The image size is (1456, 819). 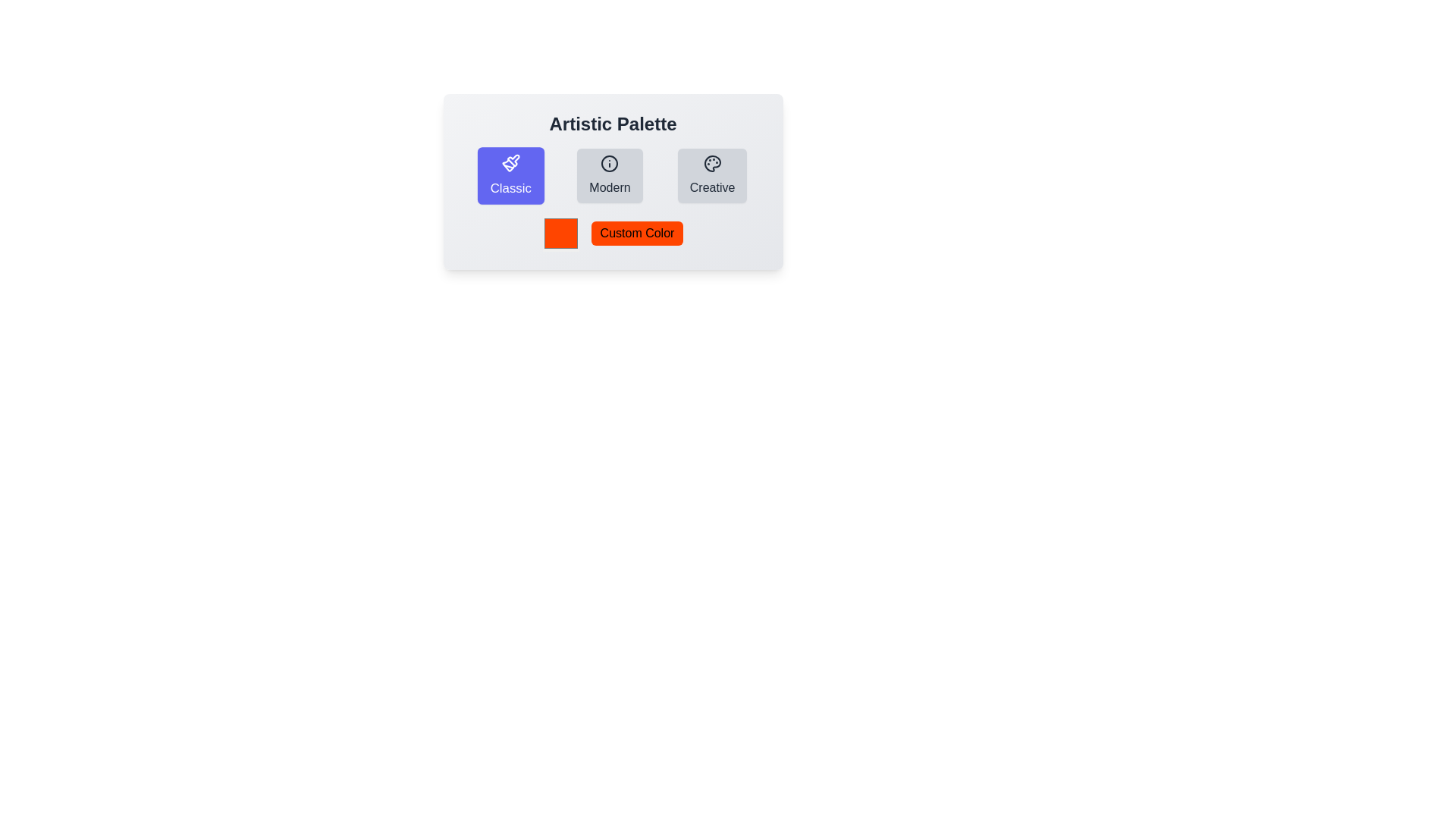 I want to click on the palette option Creative, so click(x=711, y=174).